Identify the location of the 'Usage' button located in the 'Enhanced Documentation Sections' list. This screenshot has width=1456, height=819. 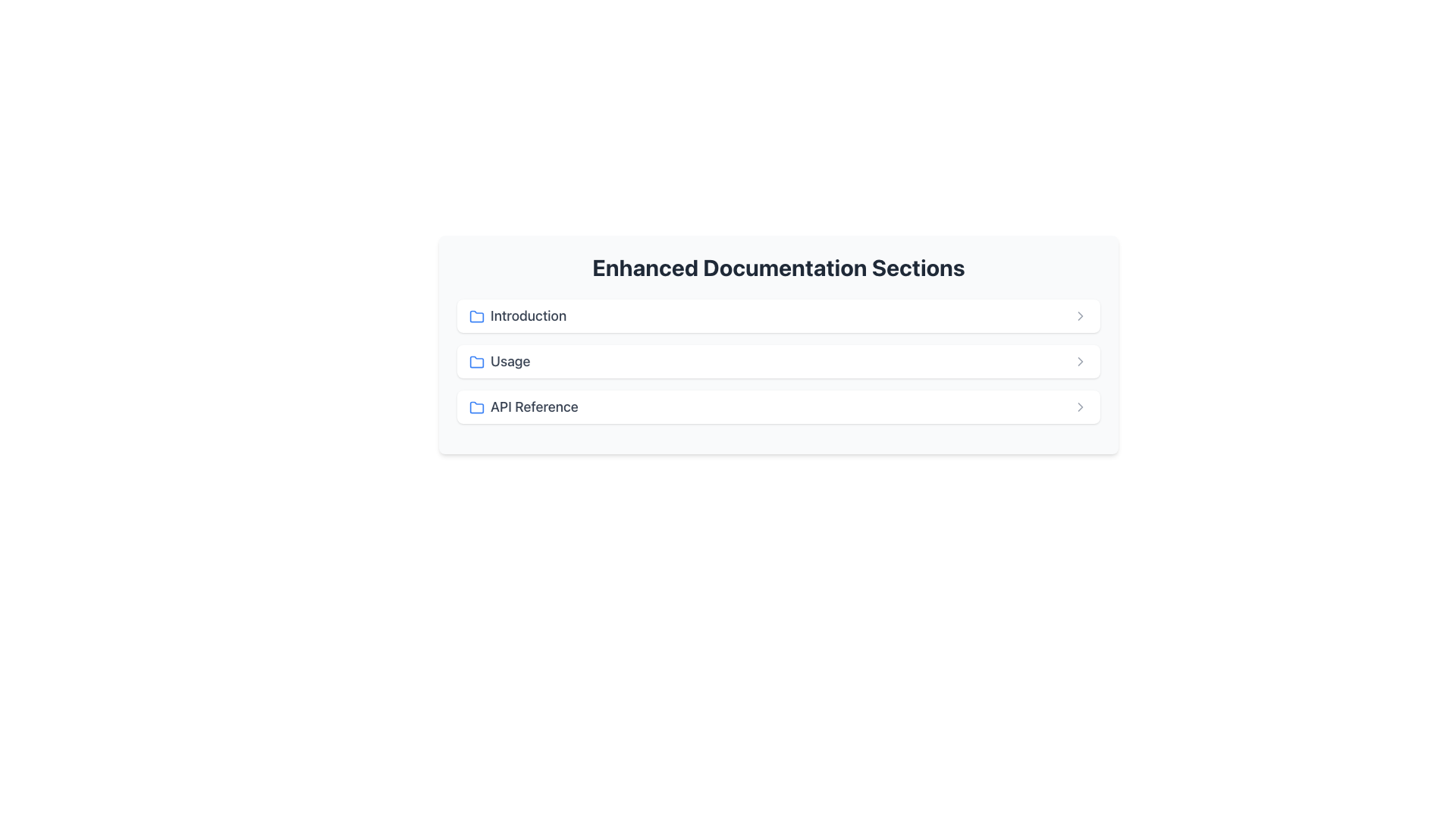
(779, 362).